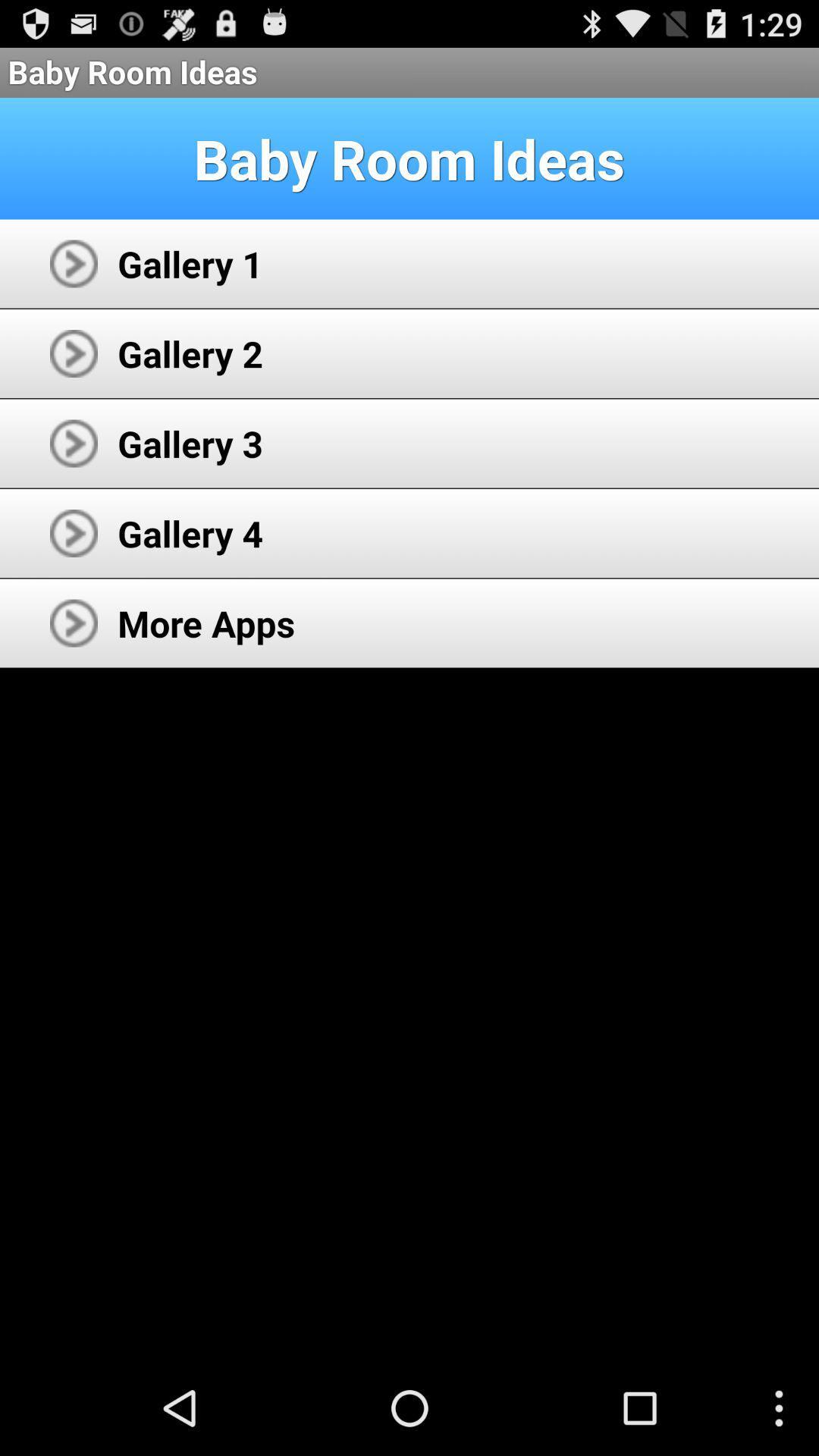 The height and width of the screenshot is (1456, 819). Describe the element at coordinates (190, 533) in the screenshot. I see `the icon below gallery 3` at that location.